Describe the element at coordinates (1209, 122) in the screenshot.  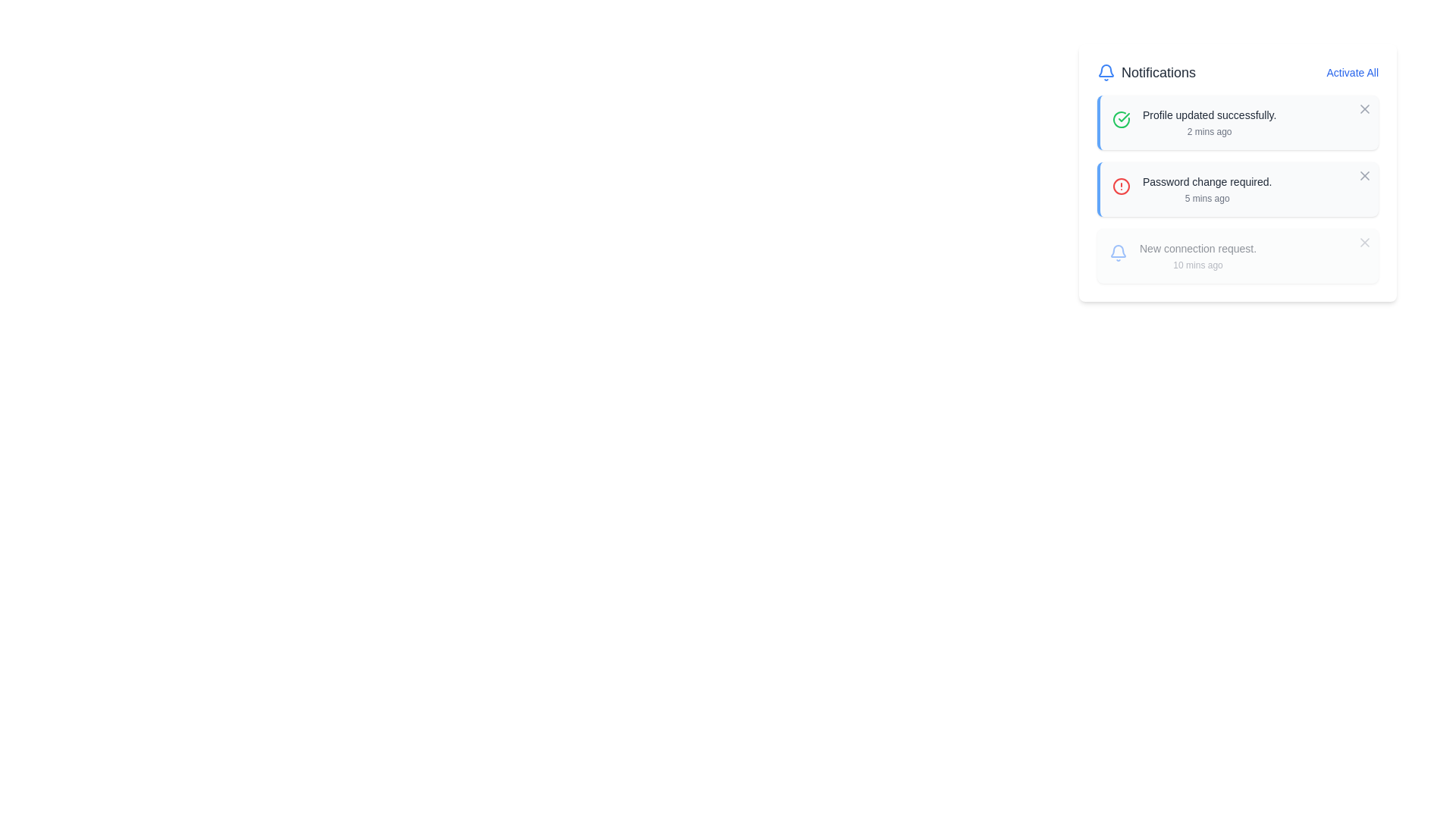
I see `the notification text area that informs the user about recent updates to their profile, located at the top of the right-side panel's notification list` at that location.